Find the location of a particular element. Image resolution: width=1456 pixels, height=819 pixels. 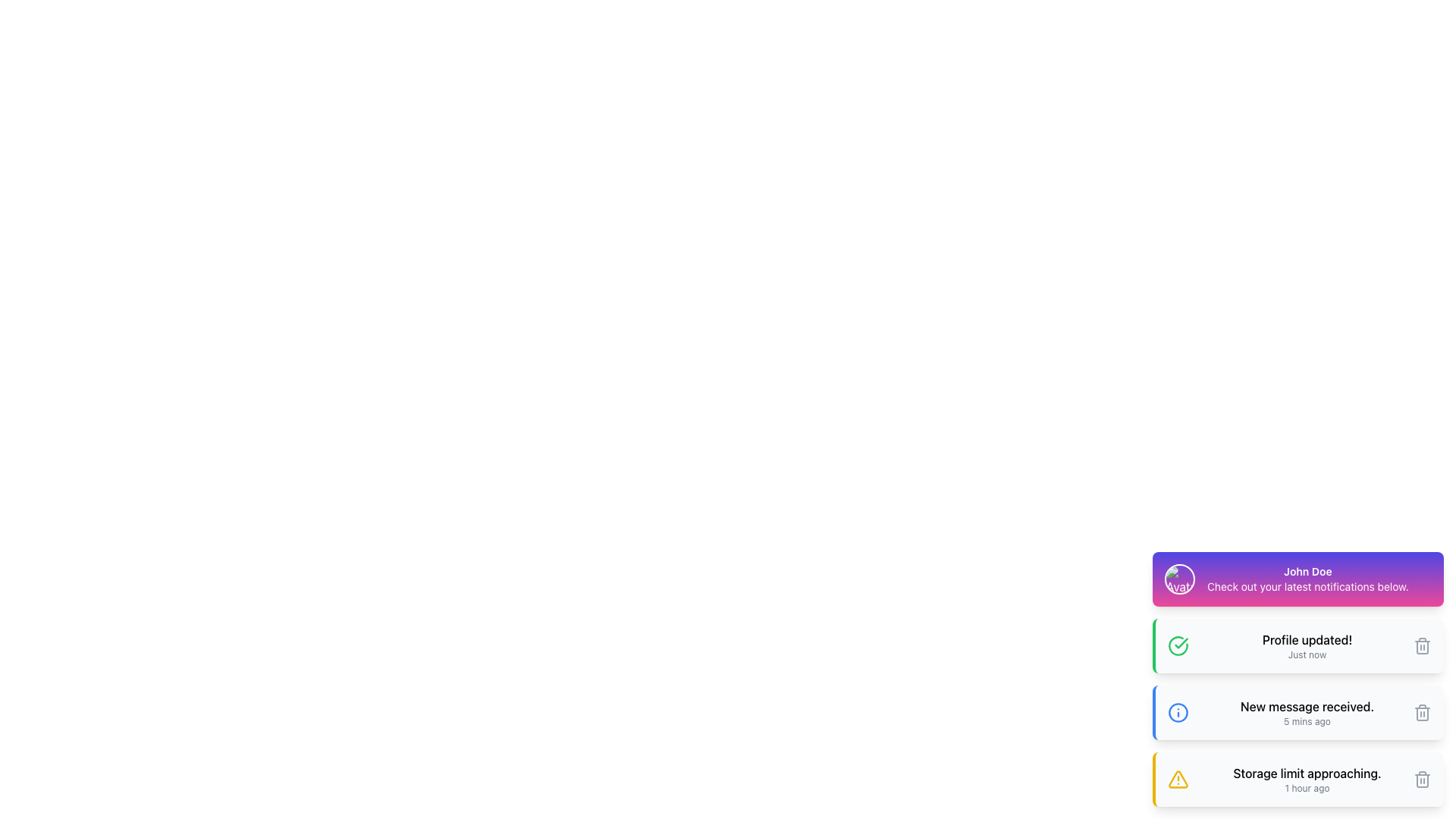

the delete button located at the bottom-right corner of the notification card containing the text 'Storage limit approaching. 1 hour ago' to change its color is located at coordinates (1422, 780).